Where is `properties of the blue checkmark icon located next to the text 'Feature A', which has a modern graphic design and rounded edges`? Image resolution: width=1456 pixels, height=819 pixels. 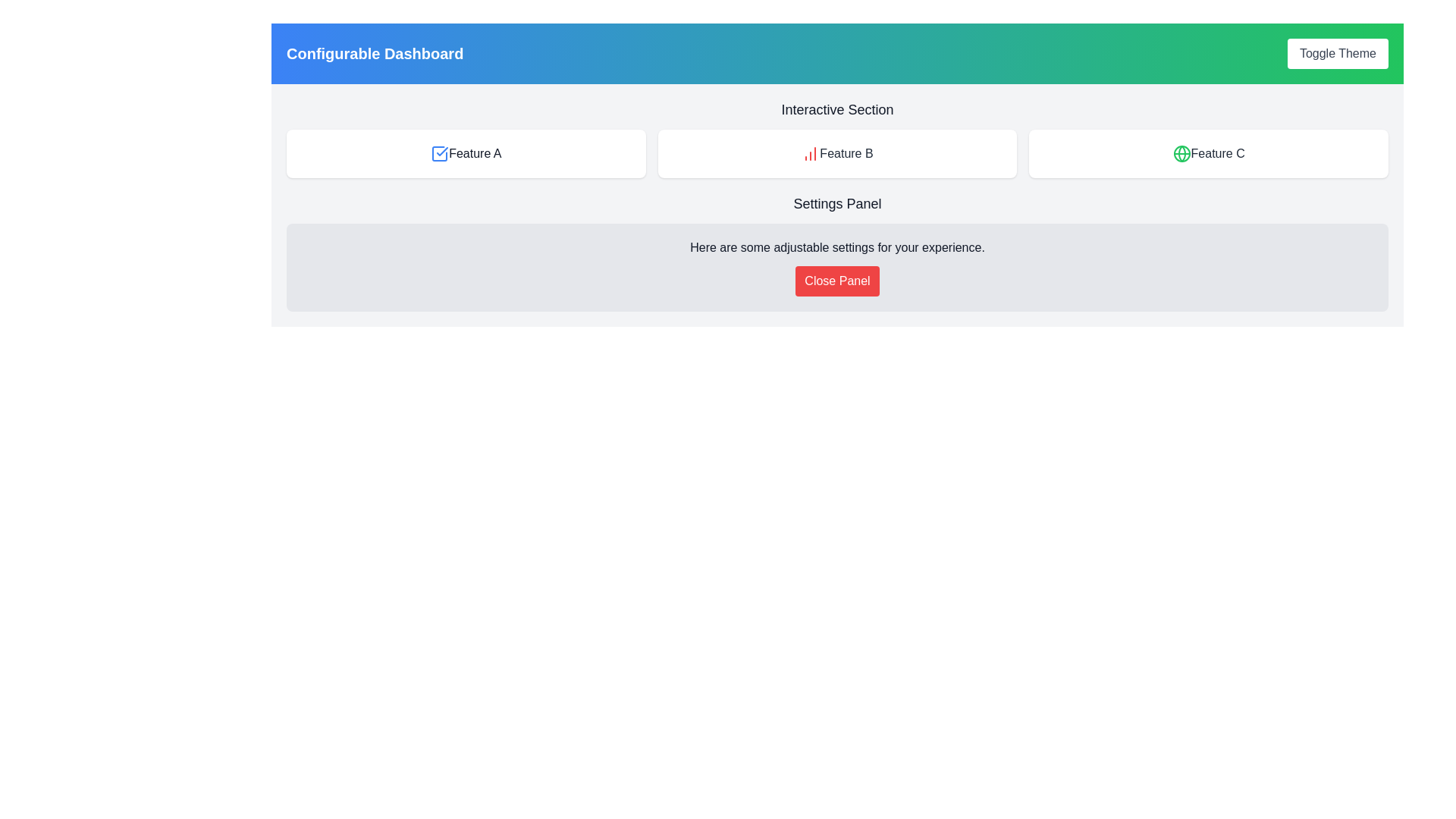
properties of the blue checkmark icon located next to the text 'Feature A', which has a modern graphic design and rounded edges is located at coordinates (439, 154).